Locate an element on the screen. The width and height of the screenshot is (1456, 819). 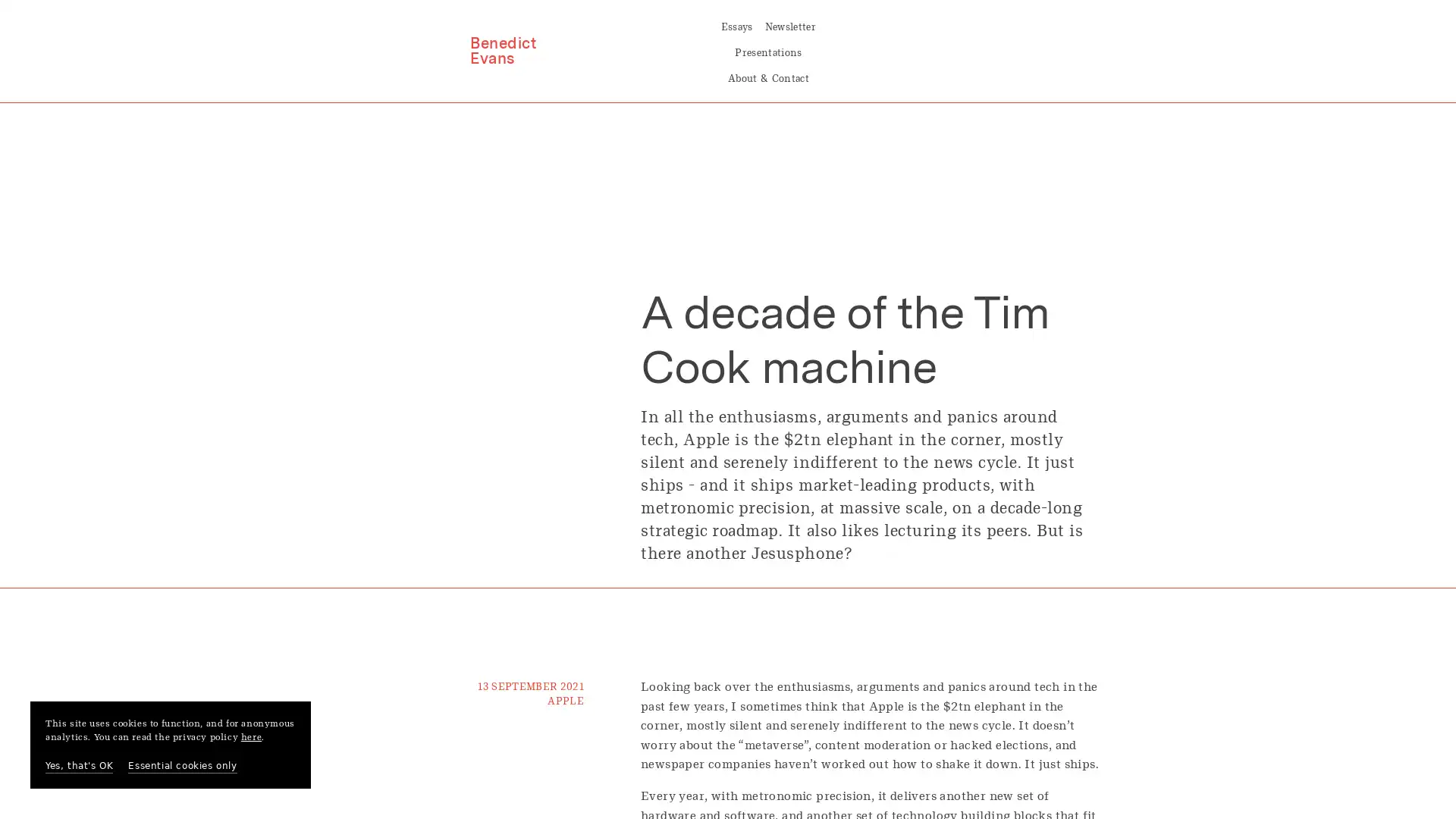
Essential cookies only is located at coordinates (182, 766).